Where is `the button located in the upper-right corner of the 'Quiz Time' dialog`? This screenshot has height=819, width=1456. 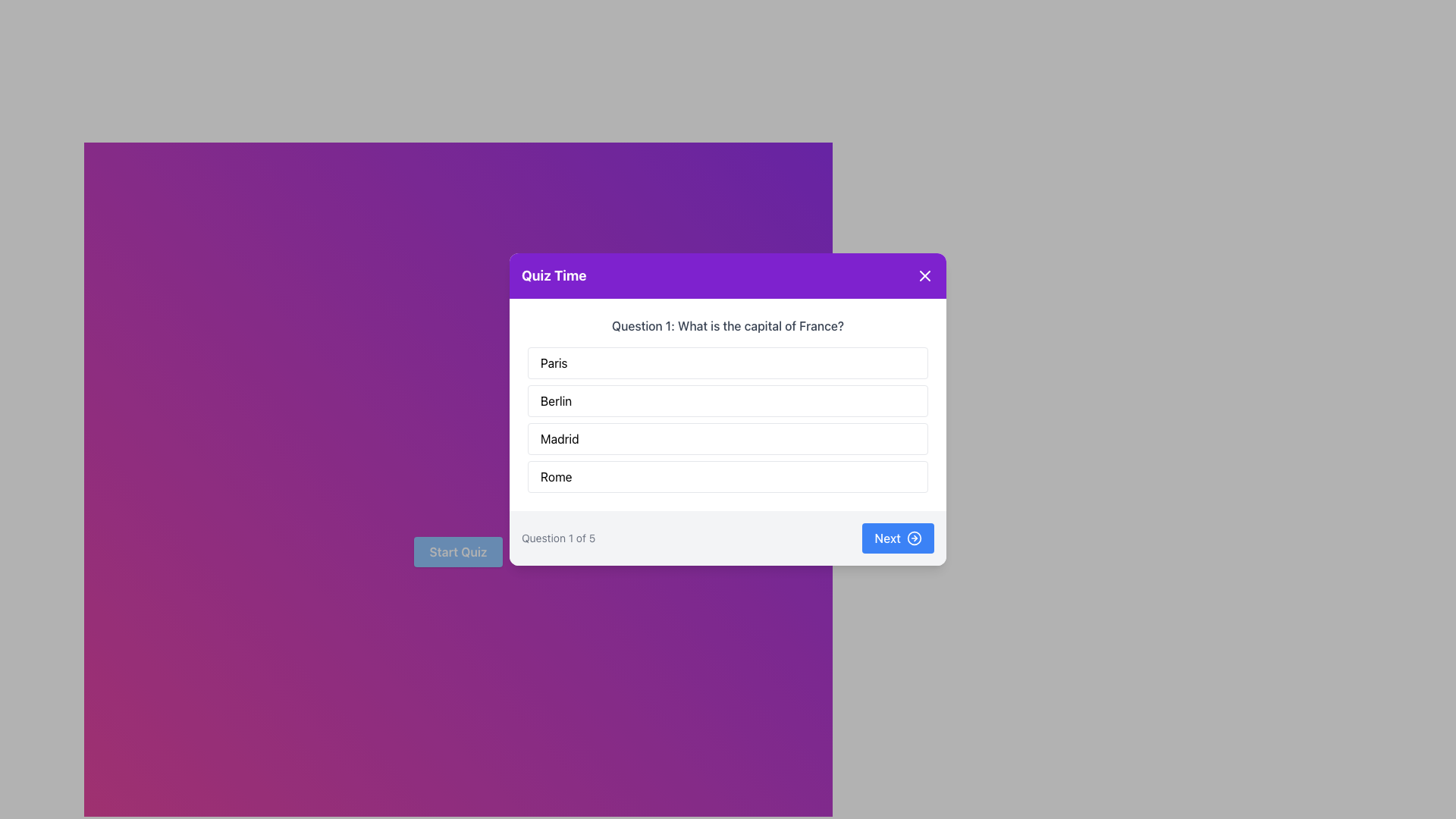
the button located in the upper-right corner of the 'Quiz Time' dialog is located at coordinates (924, 275).